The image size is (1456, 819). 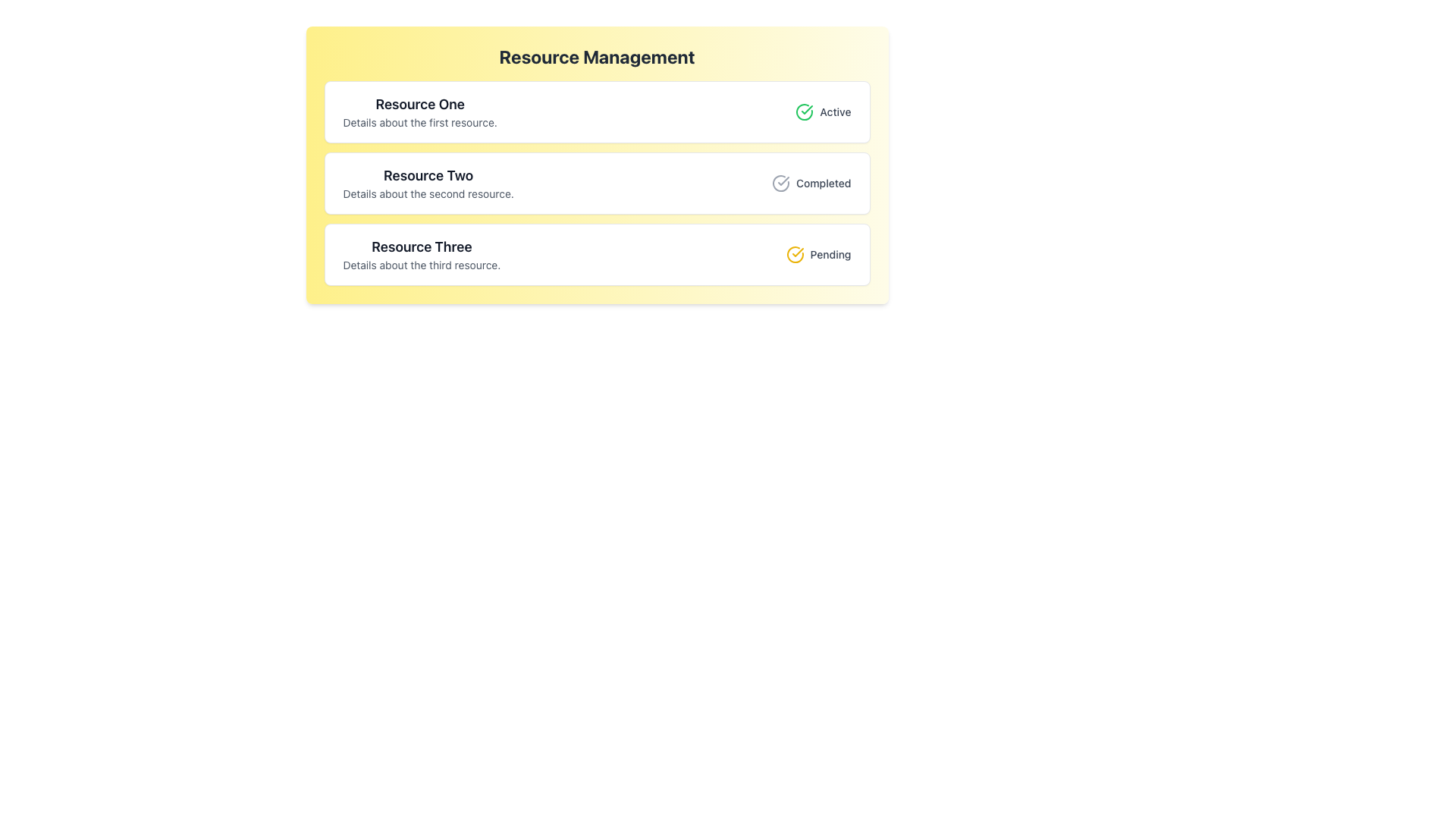 I want to click on the circular green-bordered icon with a checkmark inside, indicating an active status, located, so click(x=804, y=111).